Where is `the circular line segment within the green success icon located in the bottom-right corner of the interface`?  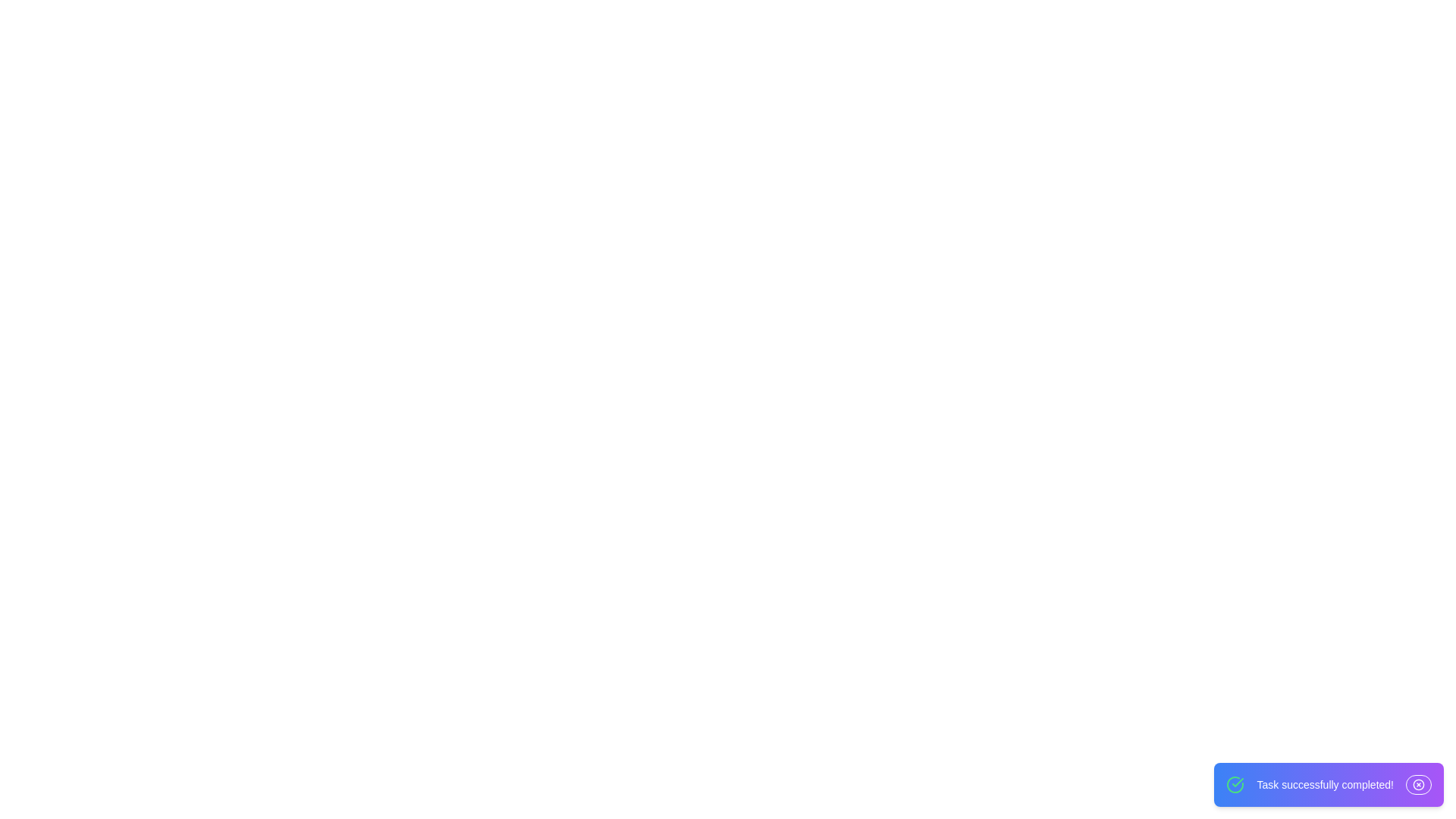
the circular line segment within the green success icon located in the bottom-right corner of the interface is located at coordinates (1235, 784).